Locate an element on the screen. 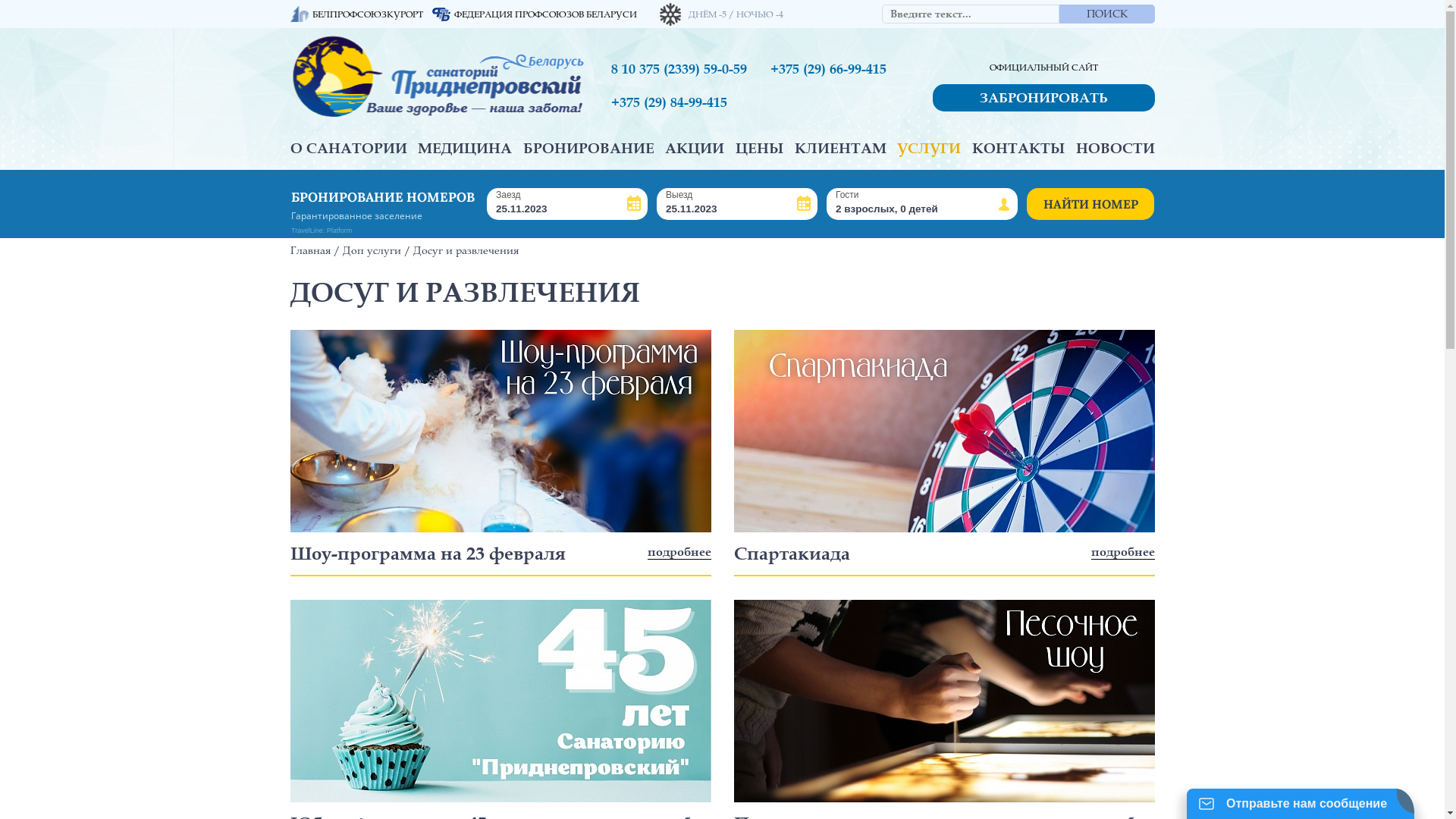  '8 10 375 (2339) 59-0-59' is located at coordinates (679, 69).